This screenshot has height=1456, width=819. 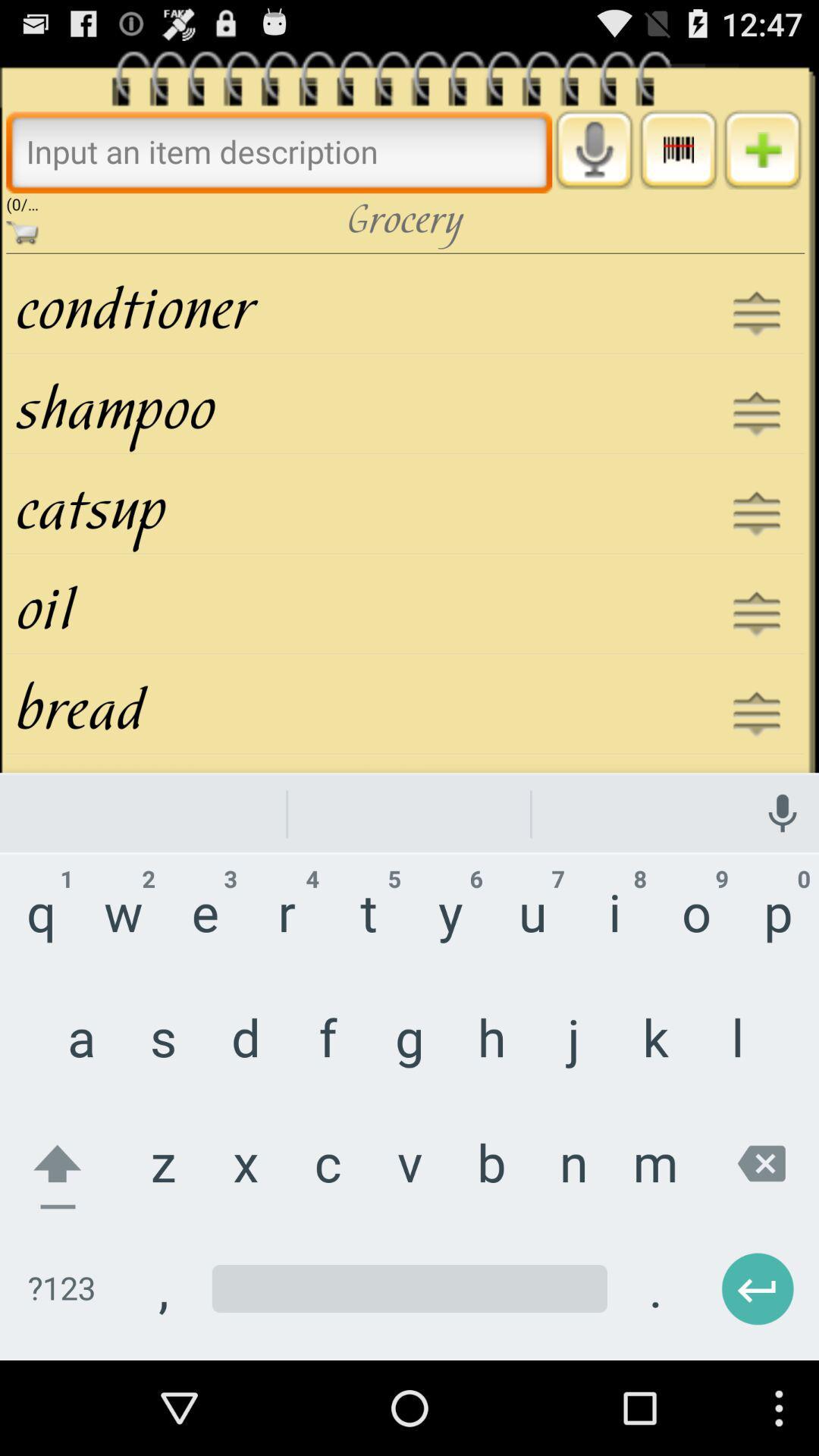 What do you see at coordinates (762, 160) in the screenshot?
I see `the add icon` at bounding box center [762, 160].